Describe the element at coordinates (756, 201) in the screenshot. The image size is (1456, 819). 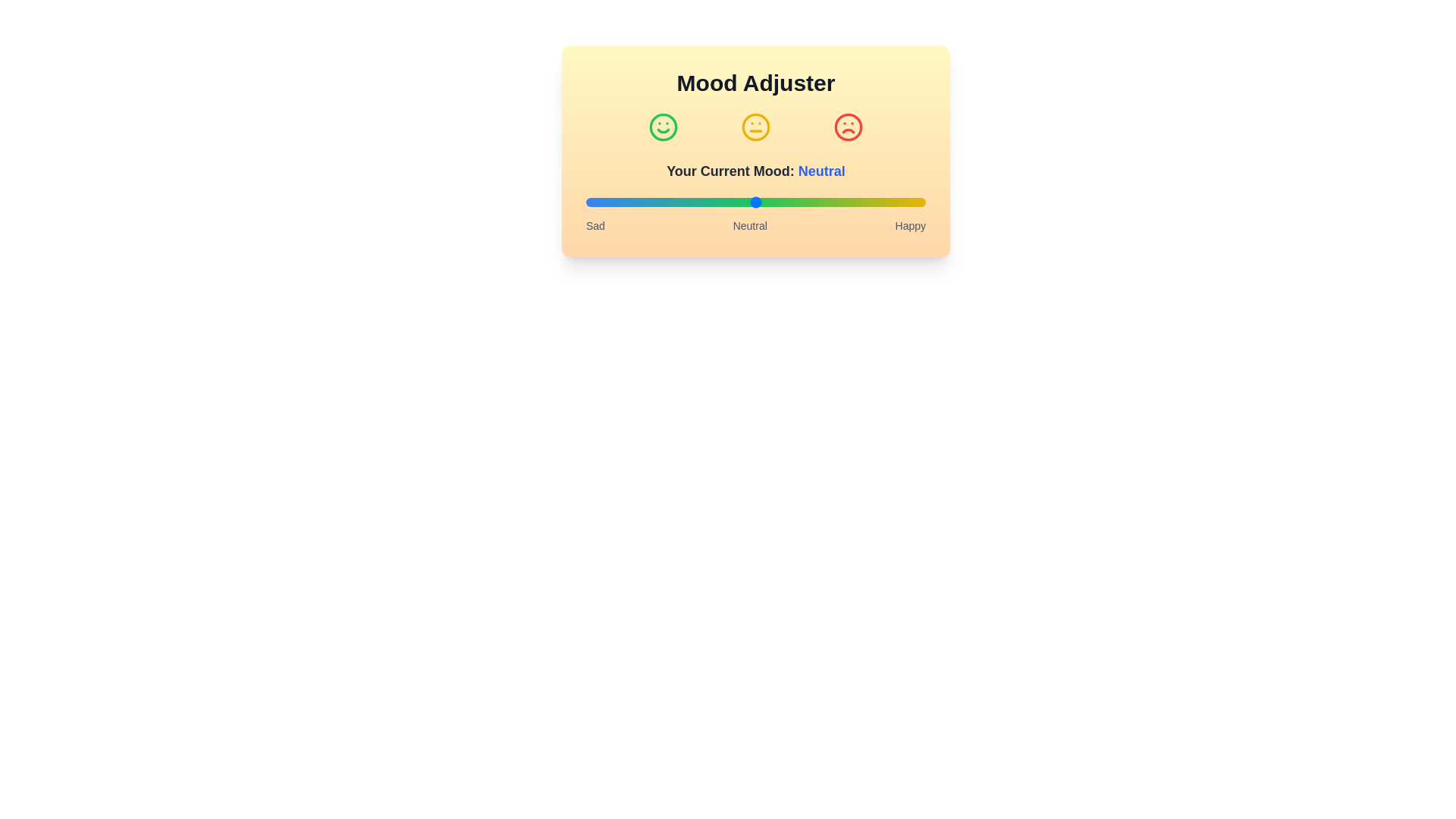
I see `the mood slider to the desired level 50` at that location.